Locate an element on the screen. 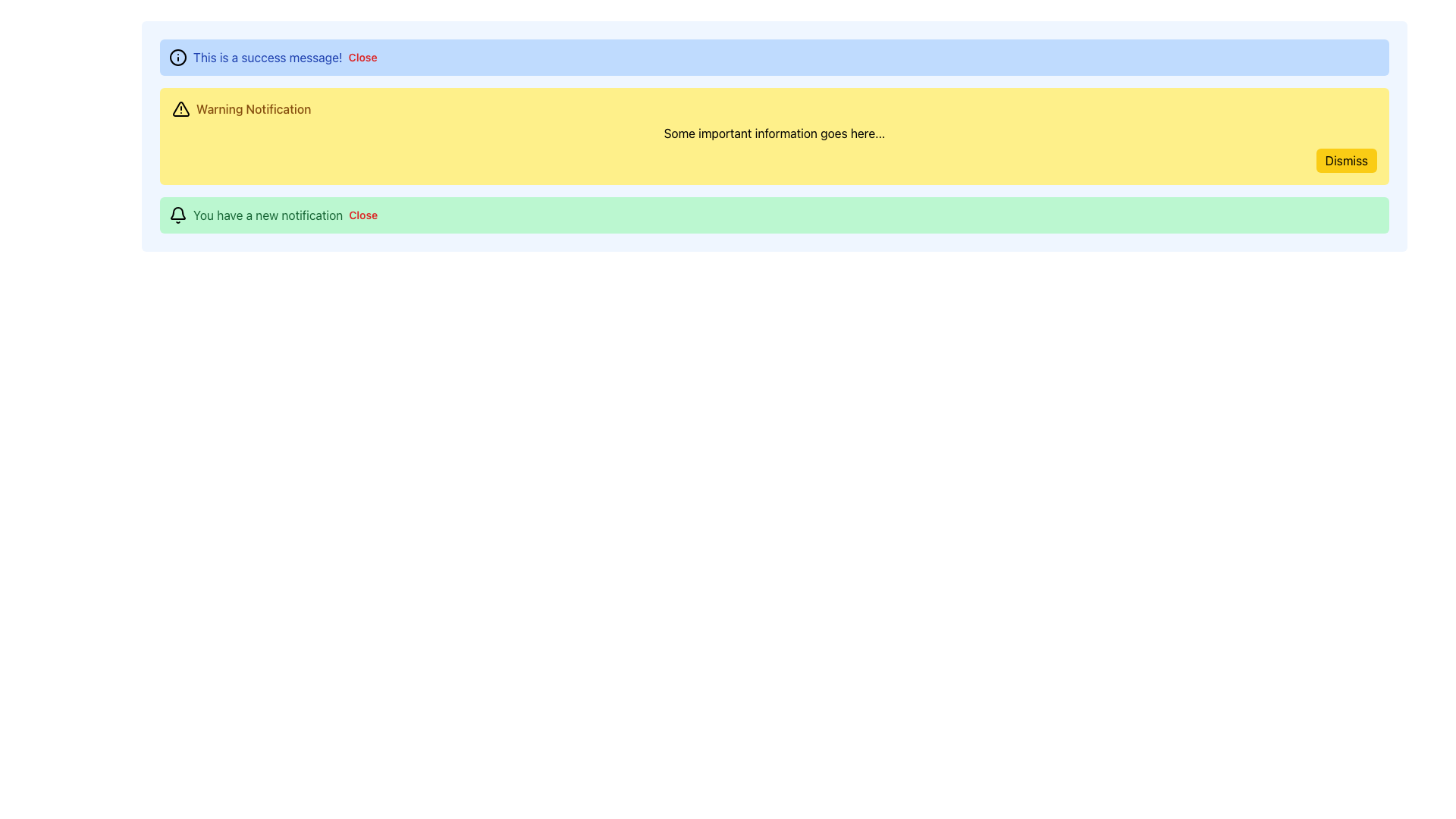 The image size is (1456, 819). the 'Close' button, which is a small, bold, bright red text button located at the far right of the notification message box with a light green background is located at coordinates (362, 215).